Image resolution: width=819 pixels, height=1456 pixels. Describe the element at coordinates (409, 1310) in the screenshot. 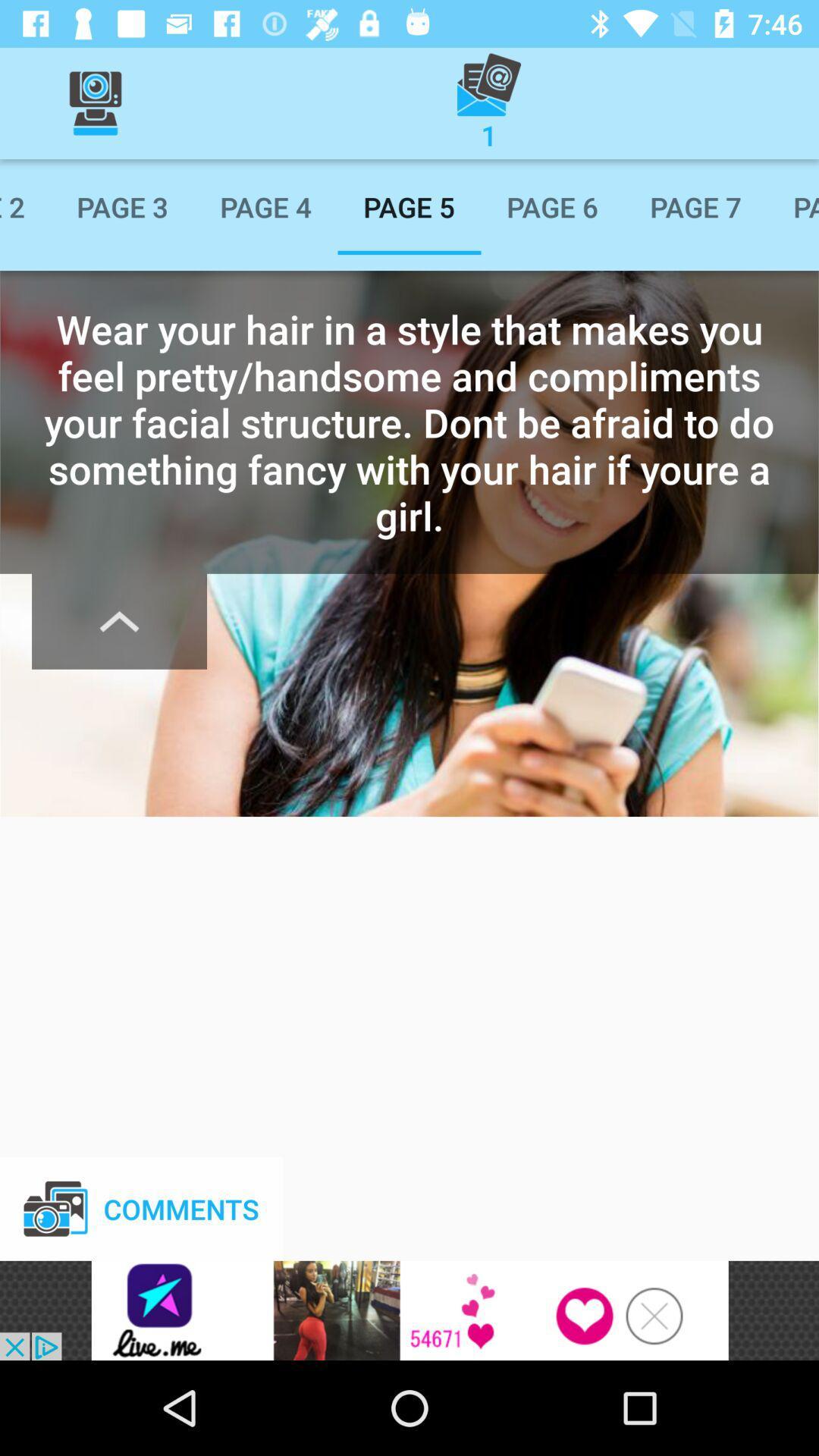

I see `like` at that location.